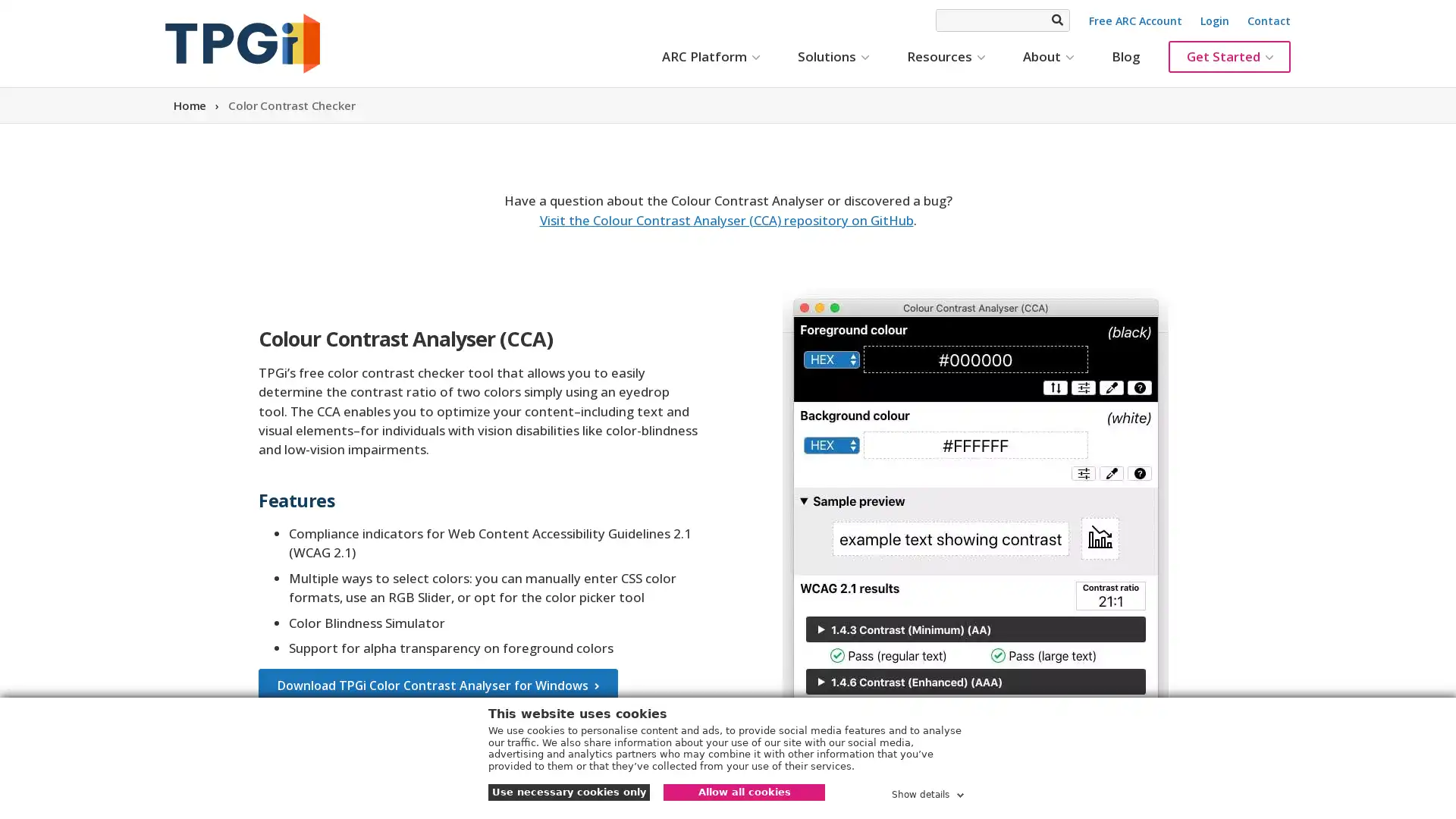 Image resolution: width=1456 pixels, height=819 pixels. What do you see at coordinates (1056, 20) in the screenshot?
I see `Submit Search` at bounding box center [1056, 20].